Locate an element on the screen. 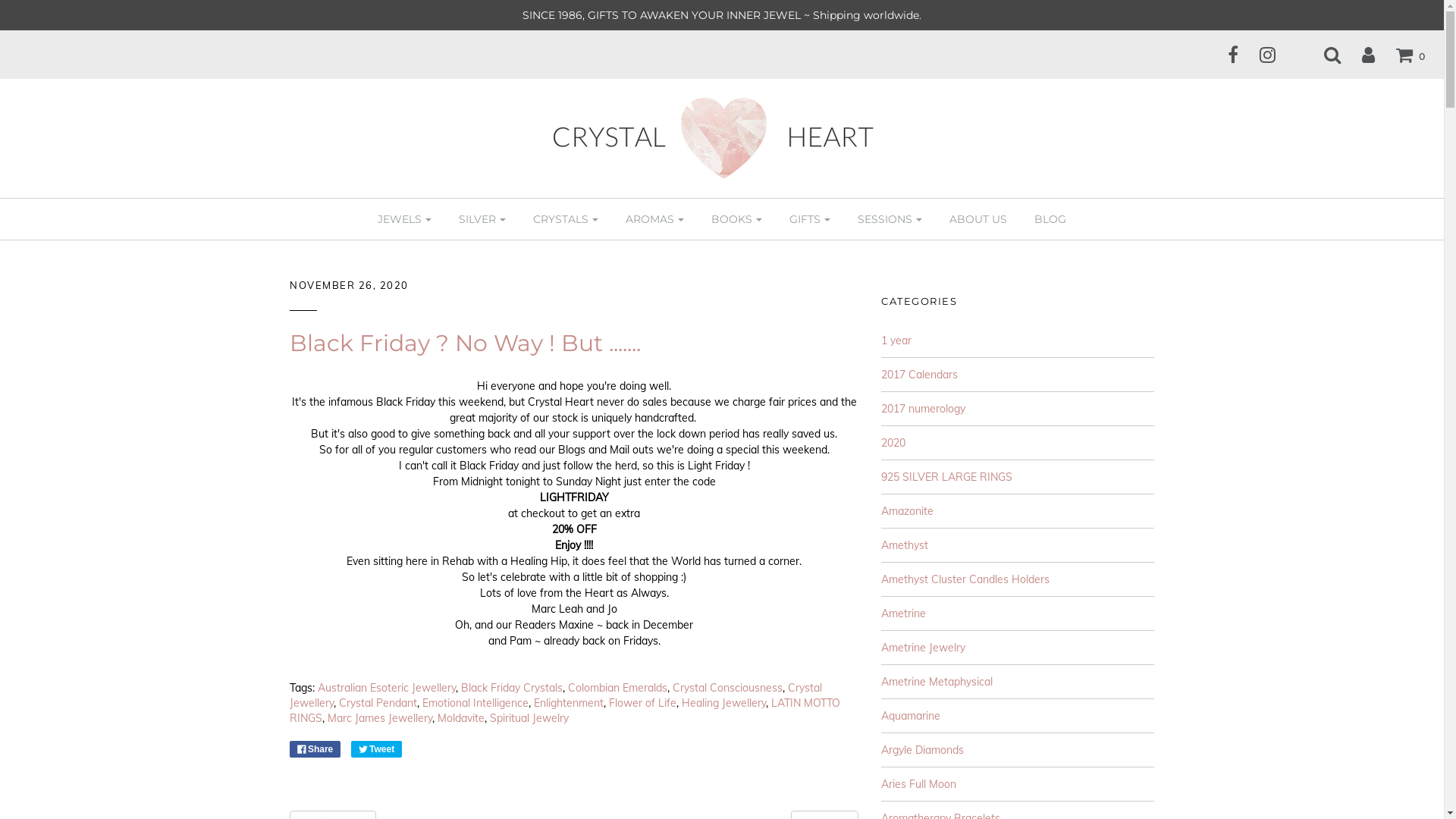  'Log in' is located at coordinates (1343, 54).